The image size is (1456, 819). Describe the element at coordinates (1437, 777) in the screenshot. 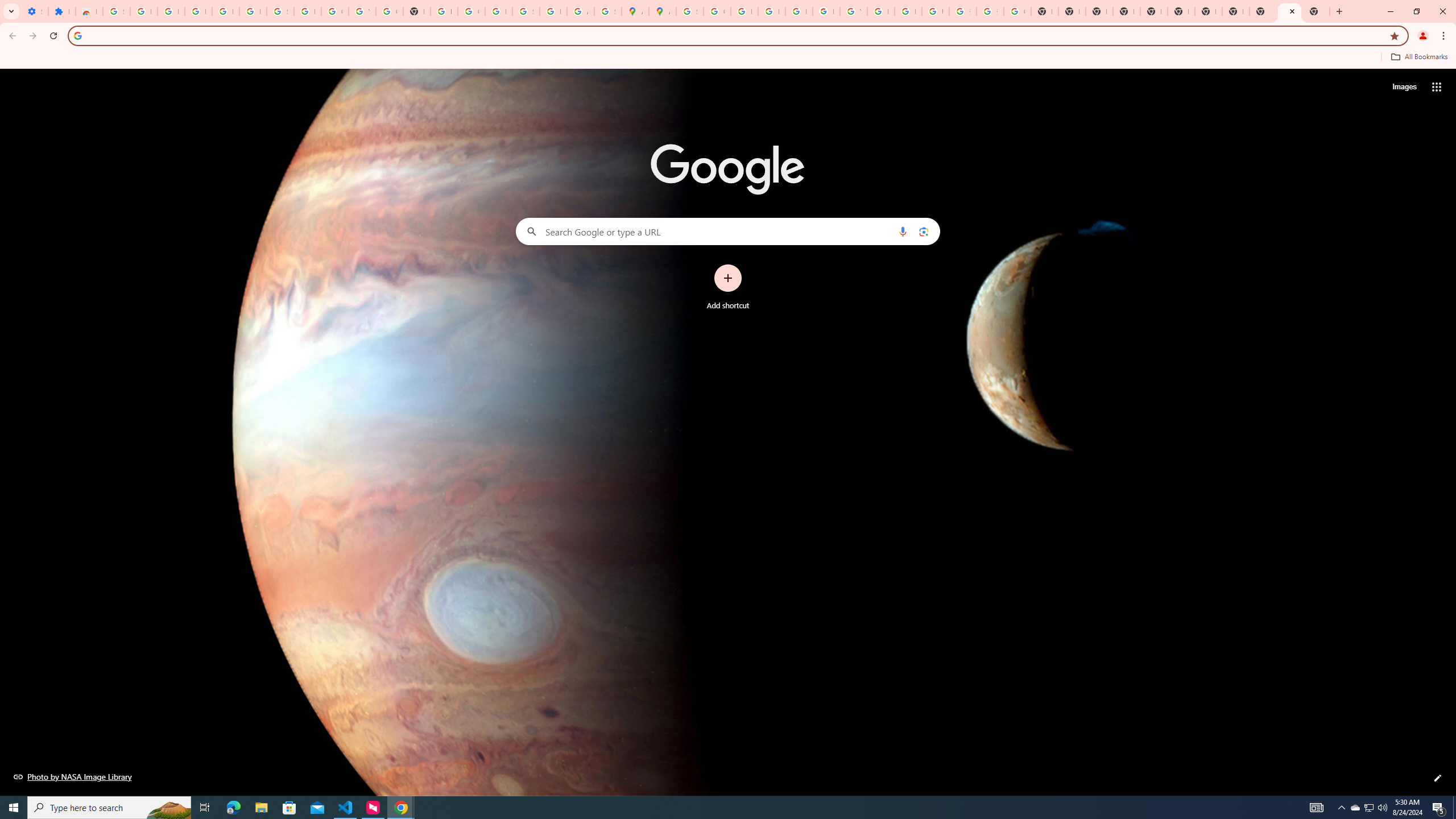

I see `'Customize this page'` at that location.